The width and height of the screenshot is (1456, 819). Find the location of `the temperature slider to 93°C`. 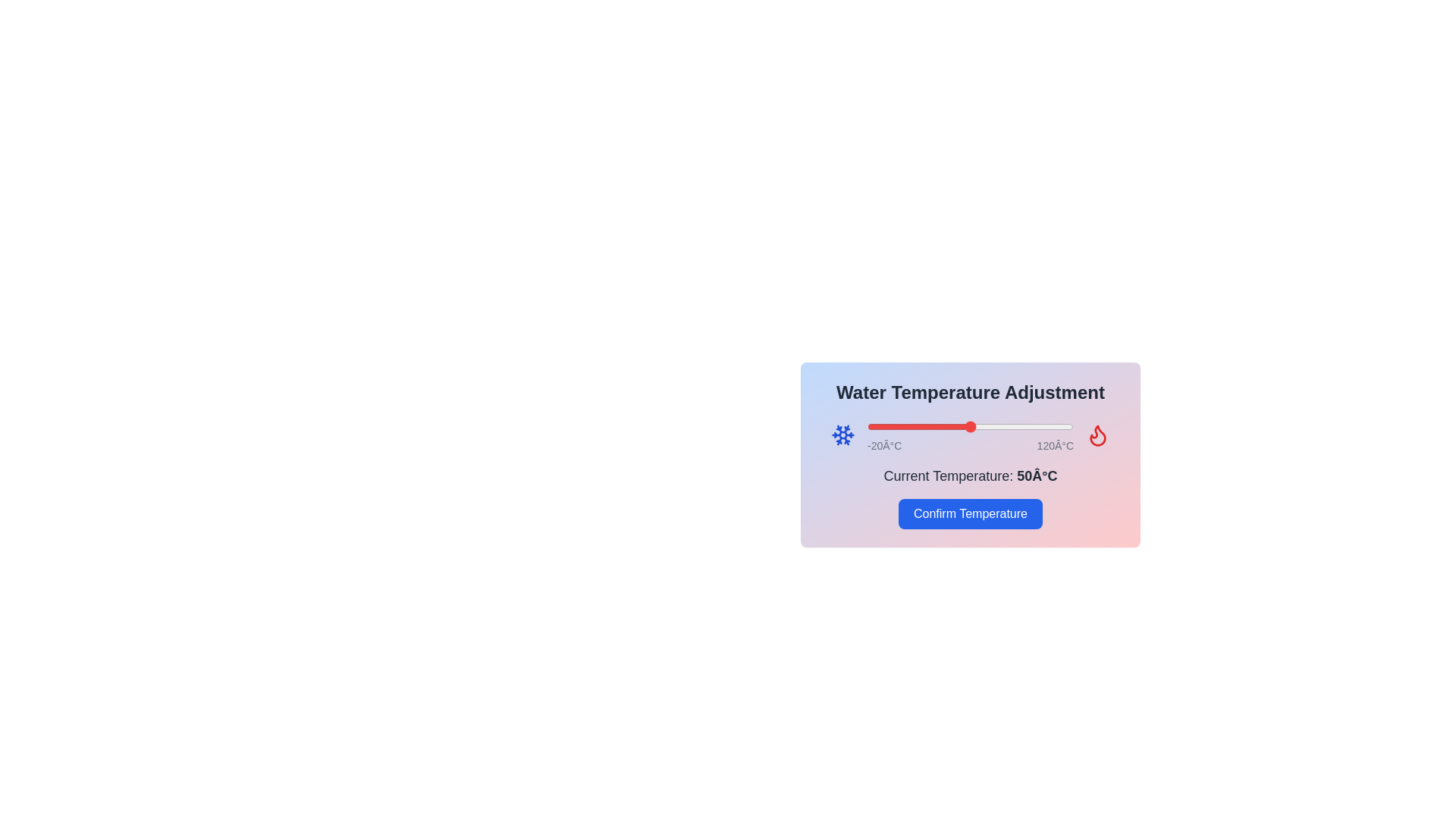

the temperature slider to 93°C is located at coordinates (1033, 427).